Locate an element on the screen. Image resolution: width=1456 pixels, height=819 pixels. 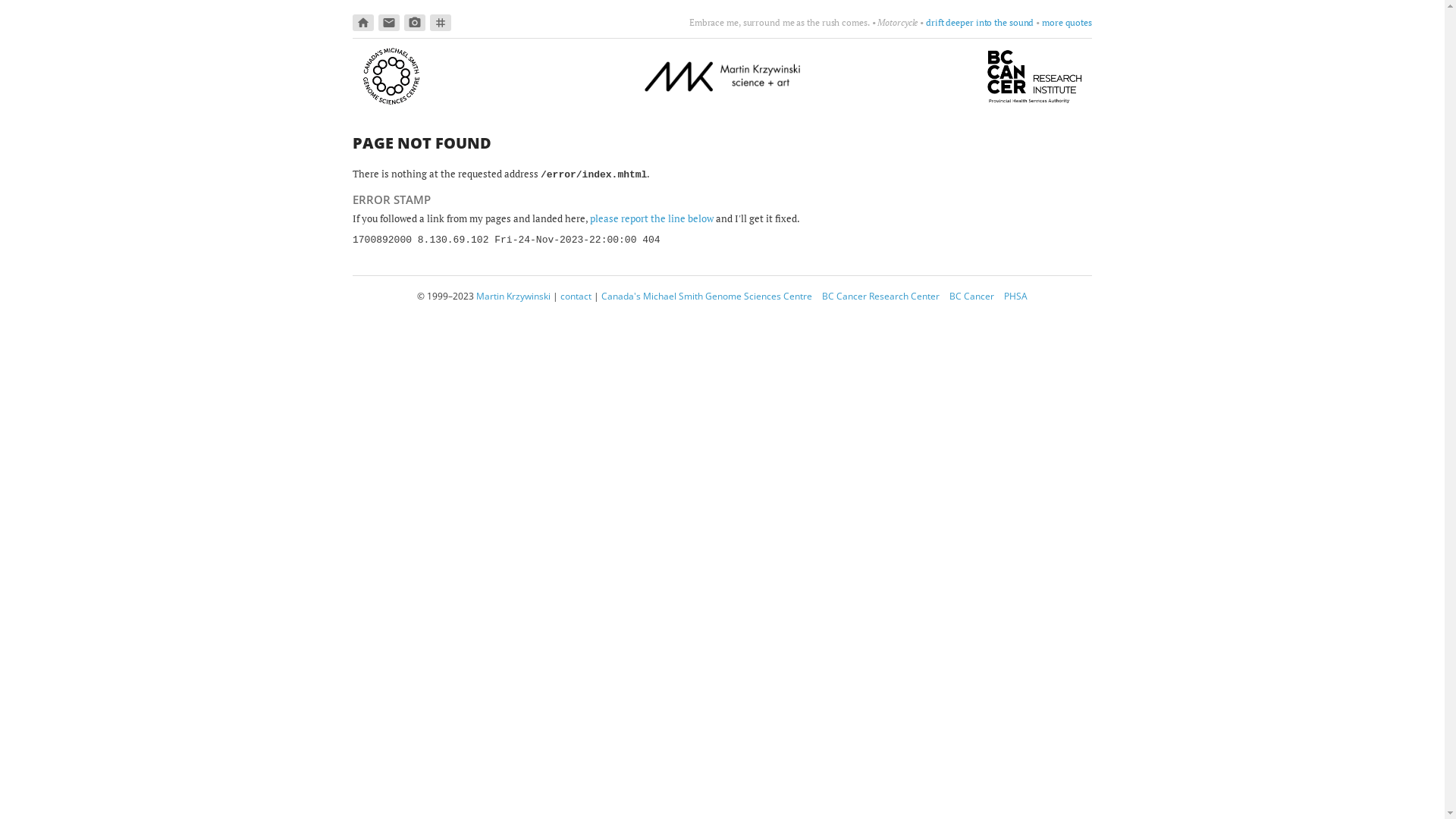
'PHSA' is located at coordinates (1015, 296).